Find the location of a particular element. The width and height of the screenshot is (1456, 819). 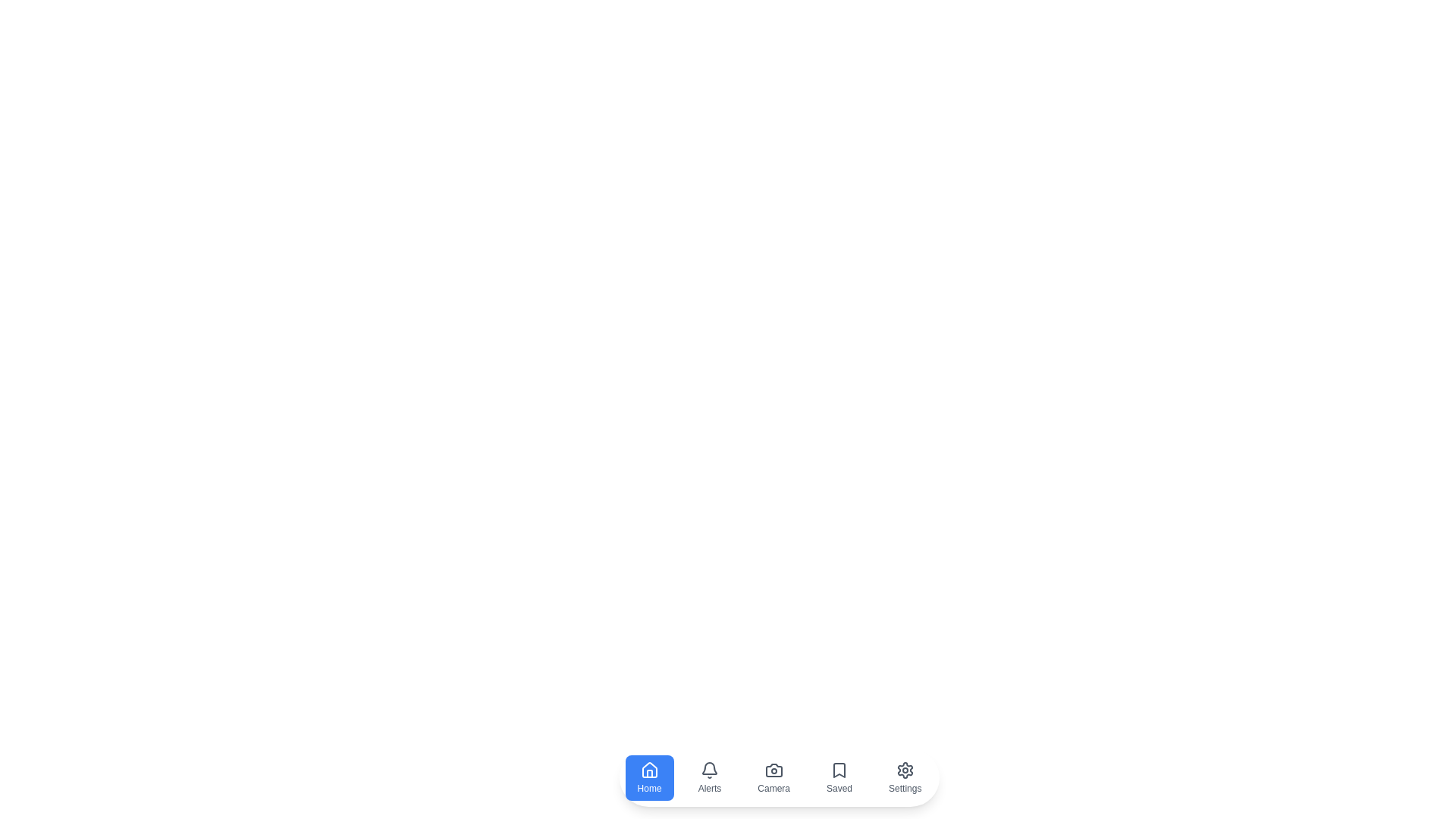

the navigation item Saved by clicking on its respective button is located at coordinates (839, 778).